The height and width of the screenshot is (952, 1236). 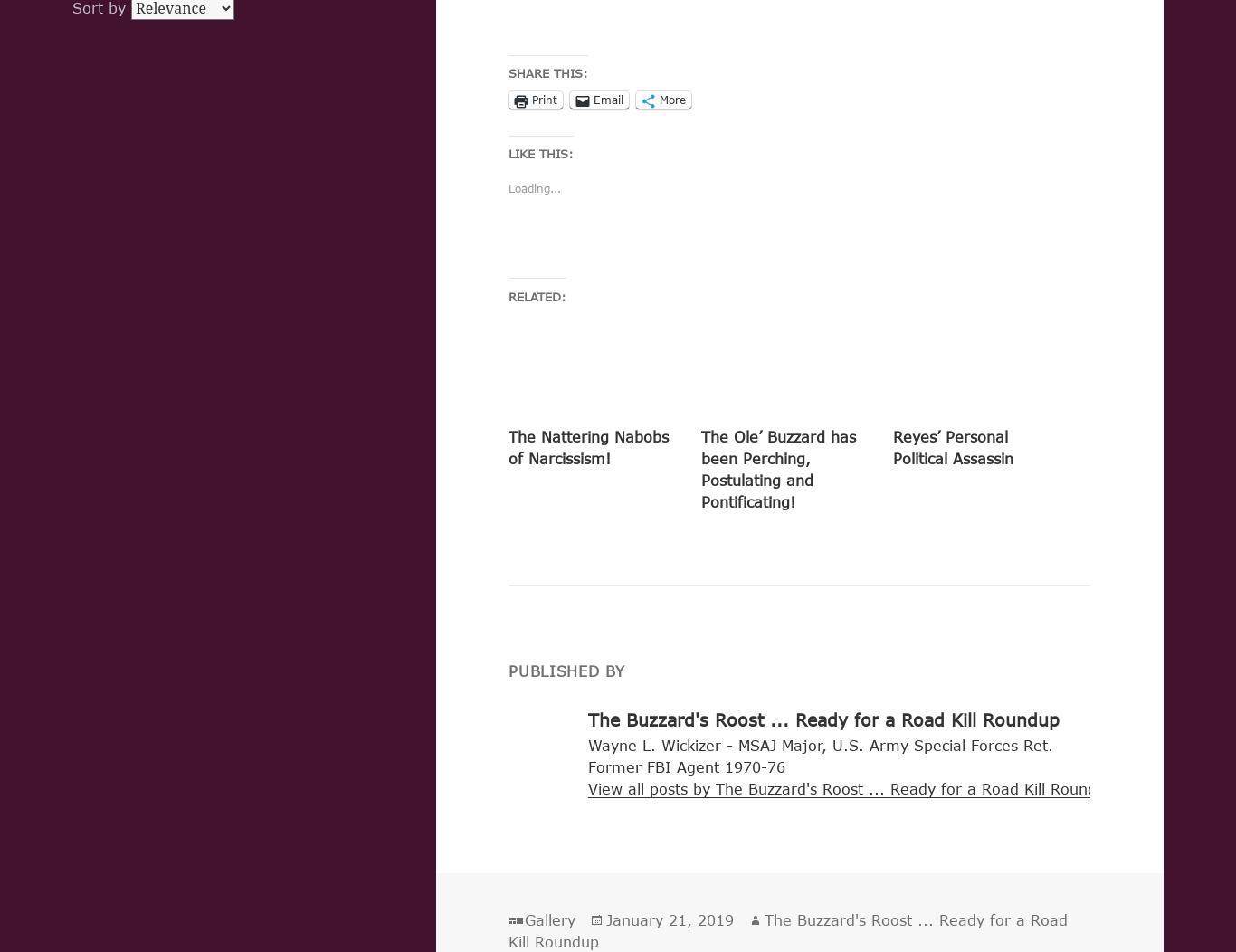 I want to click on 'Related', so click(x=534, y=296).